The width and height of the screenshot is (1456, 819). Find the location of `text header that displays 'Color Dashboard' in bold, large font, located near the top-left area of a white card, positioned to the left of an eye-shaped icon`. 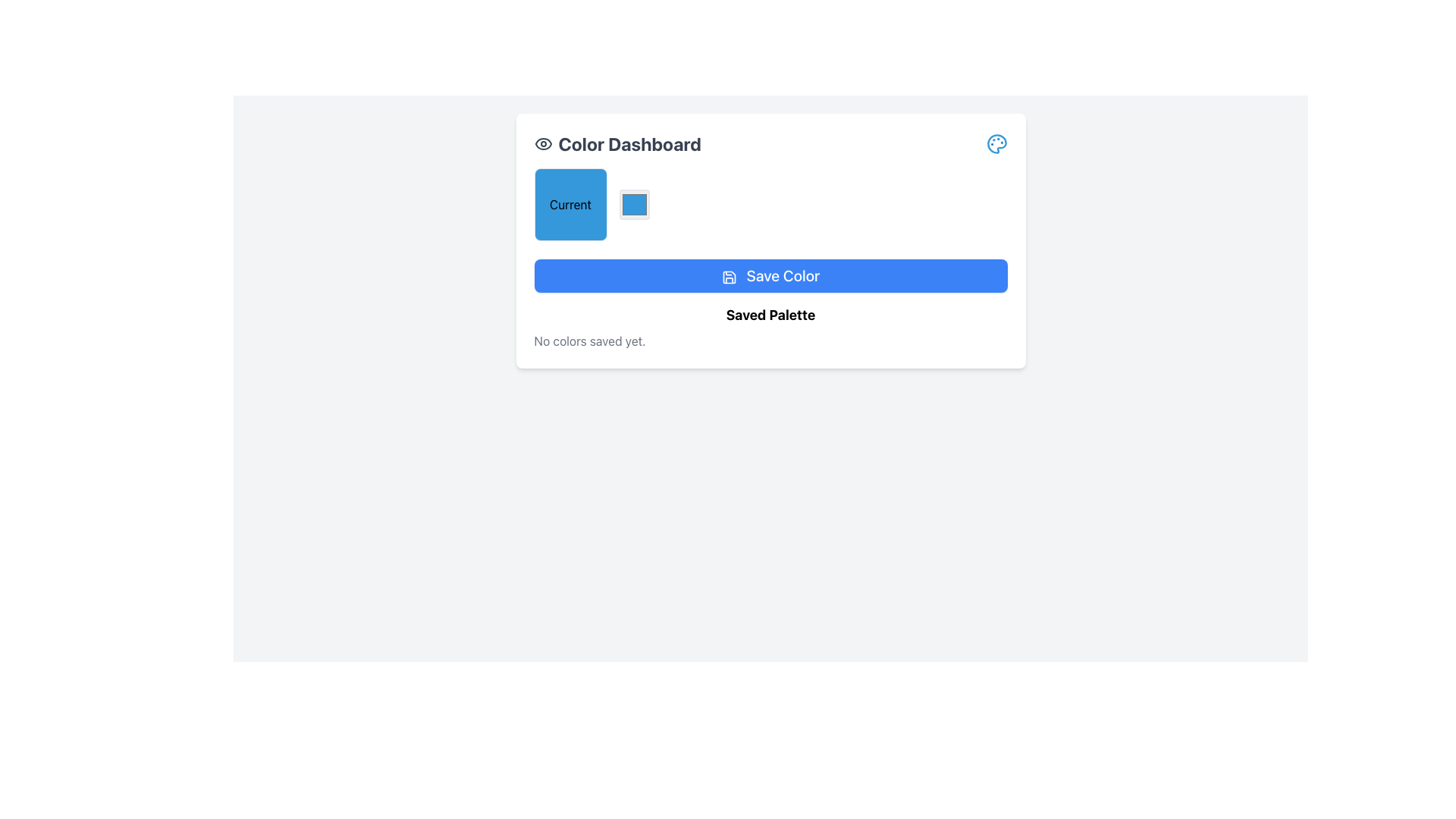

text header that displays 'Color Dashboard' in bold, large font, located near the top-left area of a white card, positioned to the left of an eye-shaped icon is located at coordinates (617, 143).